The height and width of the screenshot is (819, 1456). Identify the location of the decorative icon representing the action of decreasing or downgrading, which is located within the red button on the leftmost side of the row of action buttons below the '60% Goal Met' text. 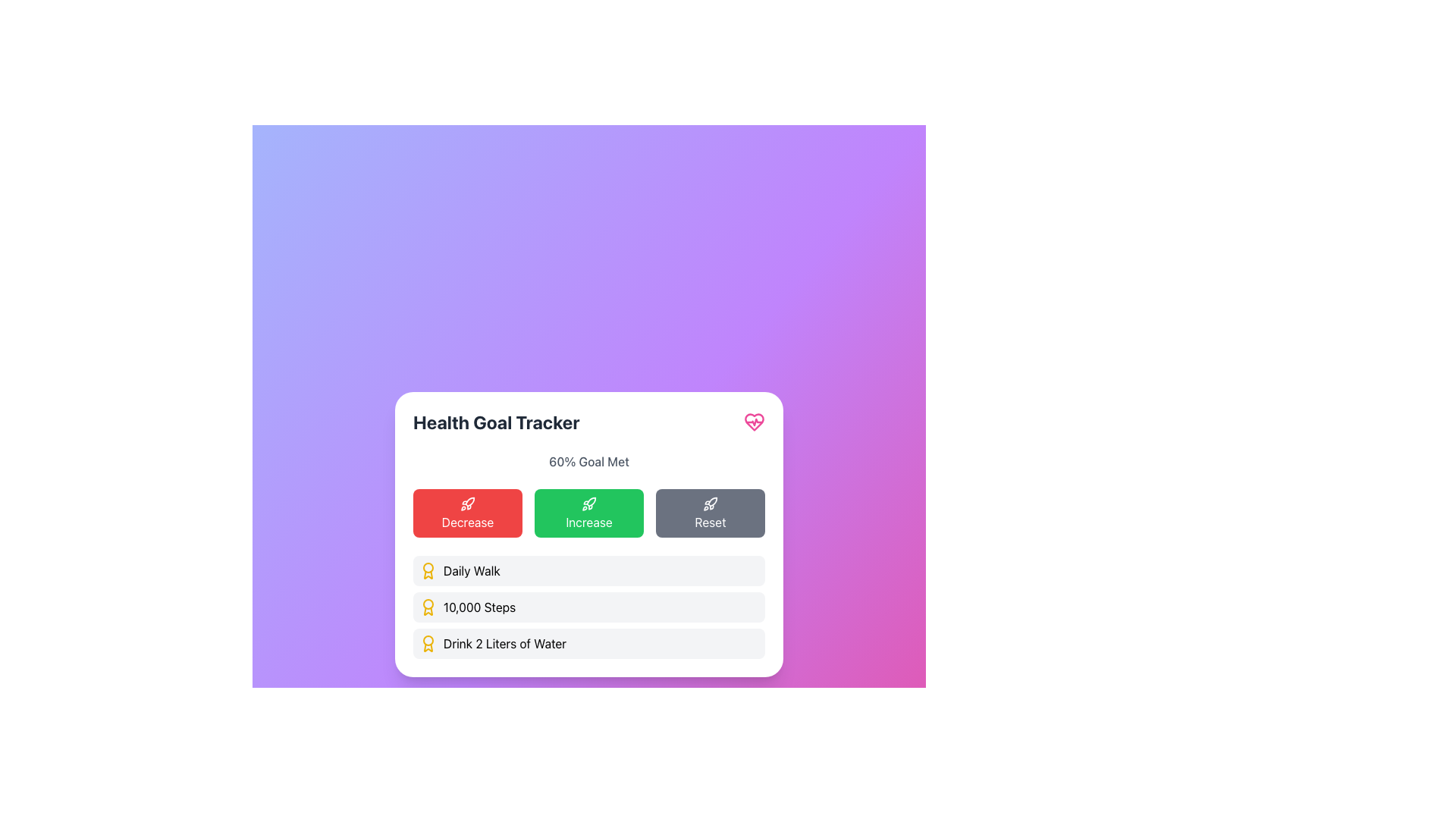
(467, 504).